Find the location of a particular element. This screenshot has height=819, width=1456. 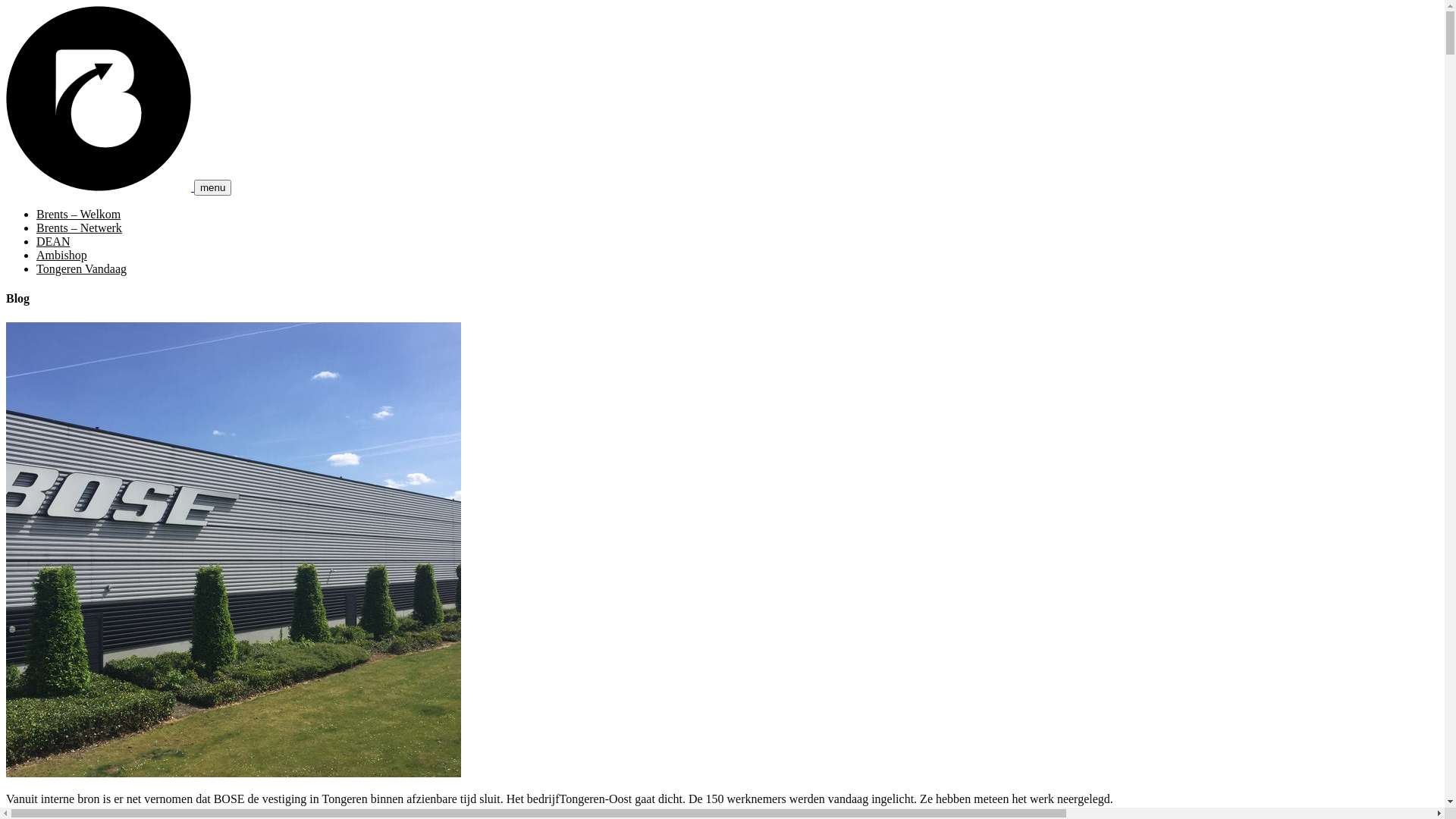

'DEAN' is located at coordinates (36, 240).